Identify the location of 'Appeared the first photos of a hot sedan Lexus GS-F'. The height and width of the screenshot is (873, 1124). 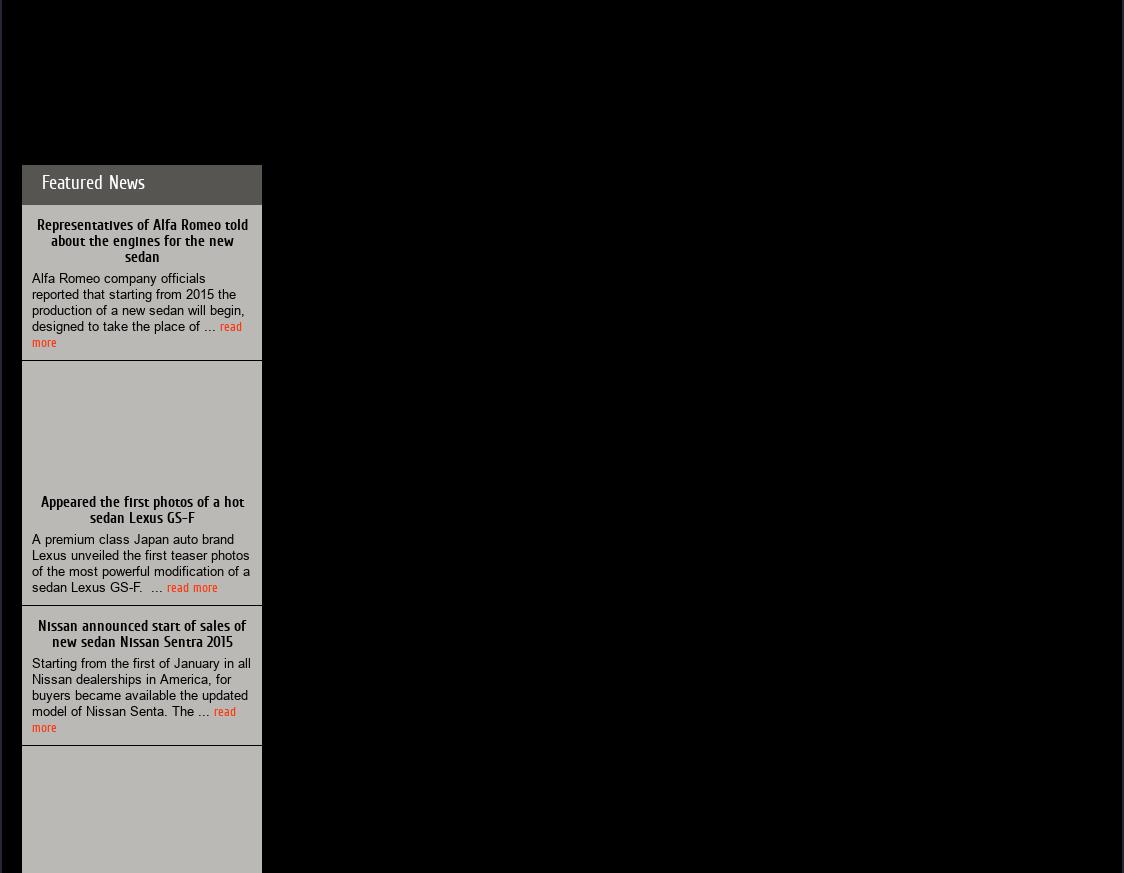
(140, 510).